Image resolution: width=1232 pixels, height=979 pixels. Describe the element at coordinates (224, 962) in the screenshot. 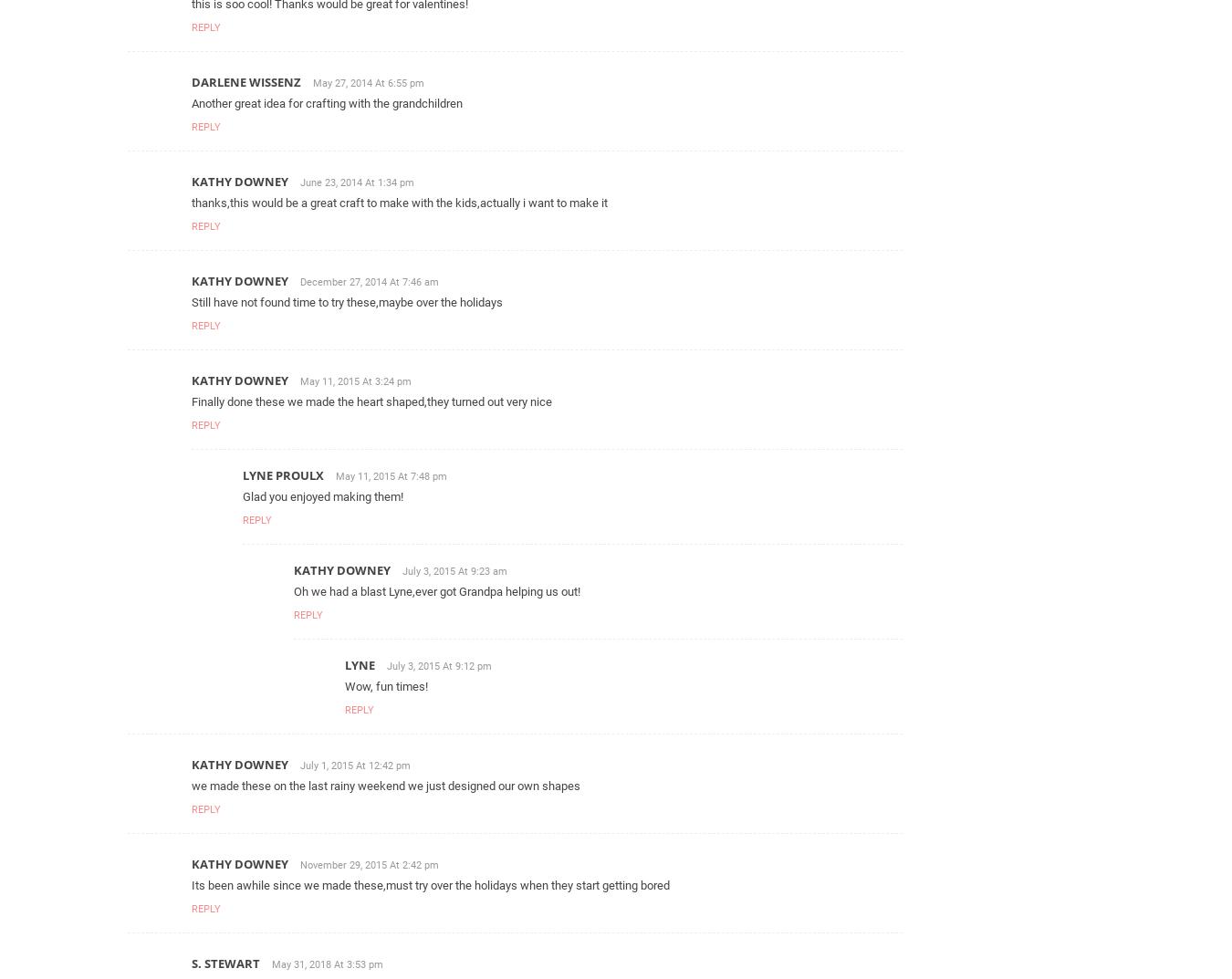

I see `'S. Stewart'` at that location.